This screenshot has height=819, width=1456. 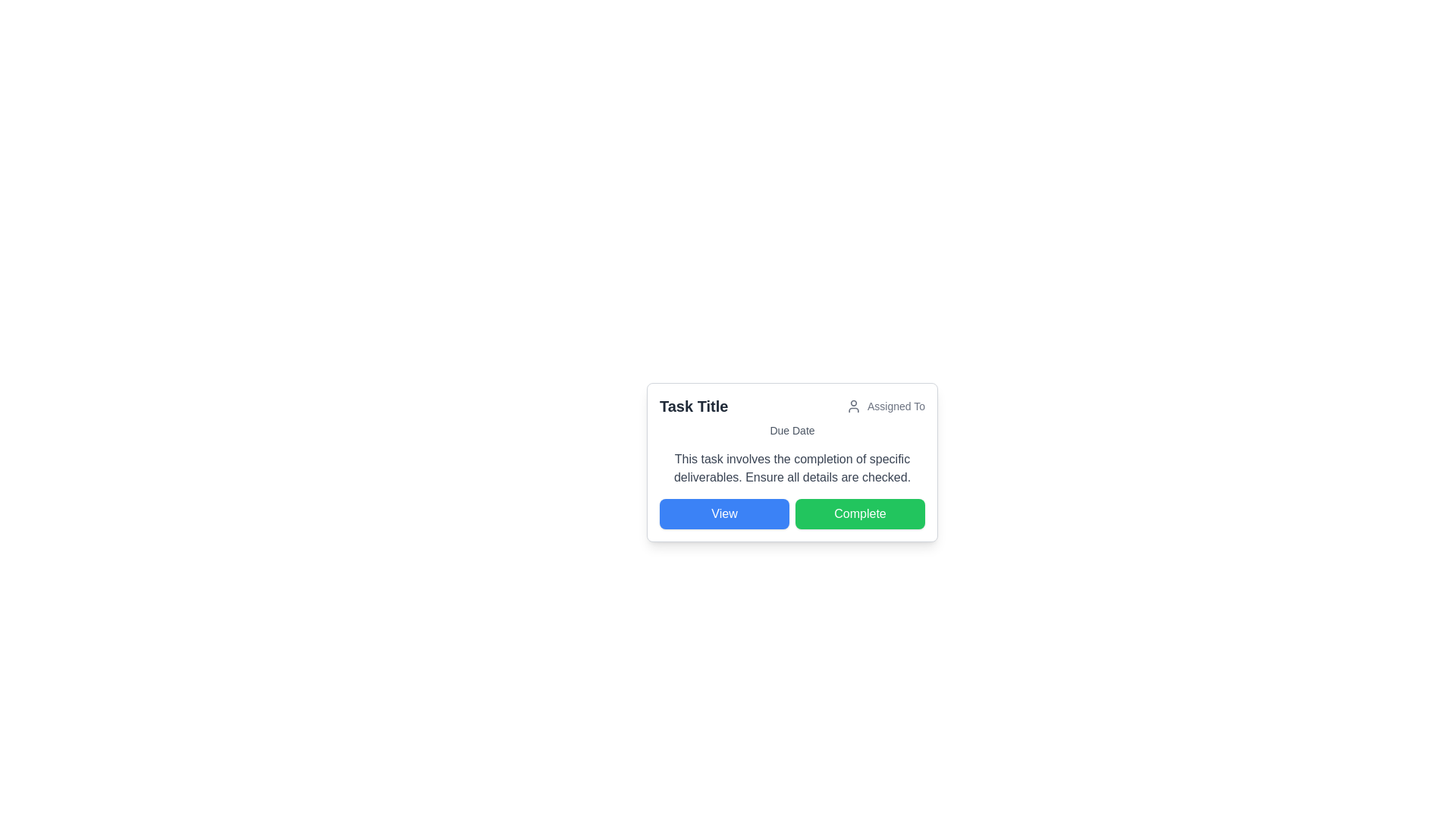 I want to click on the non-interactive informational text block located below the 'Due Date' label and above the 'View' and 'Complete' buttons within the card interface, so click(x=792, y=467).